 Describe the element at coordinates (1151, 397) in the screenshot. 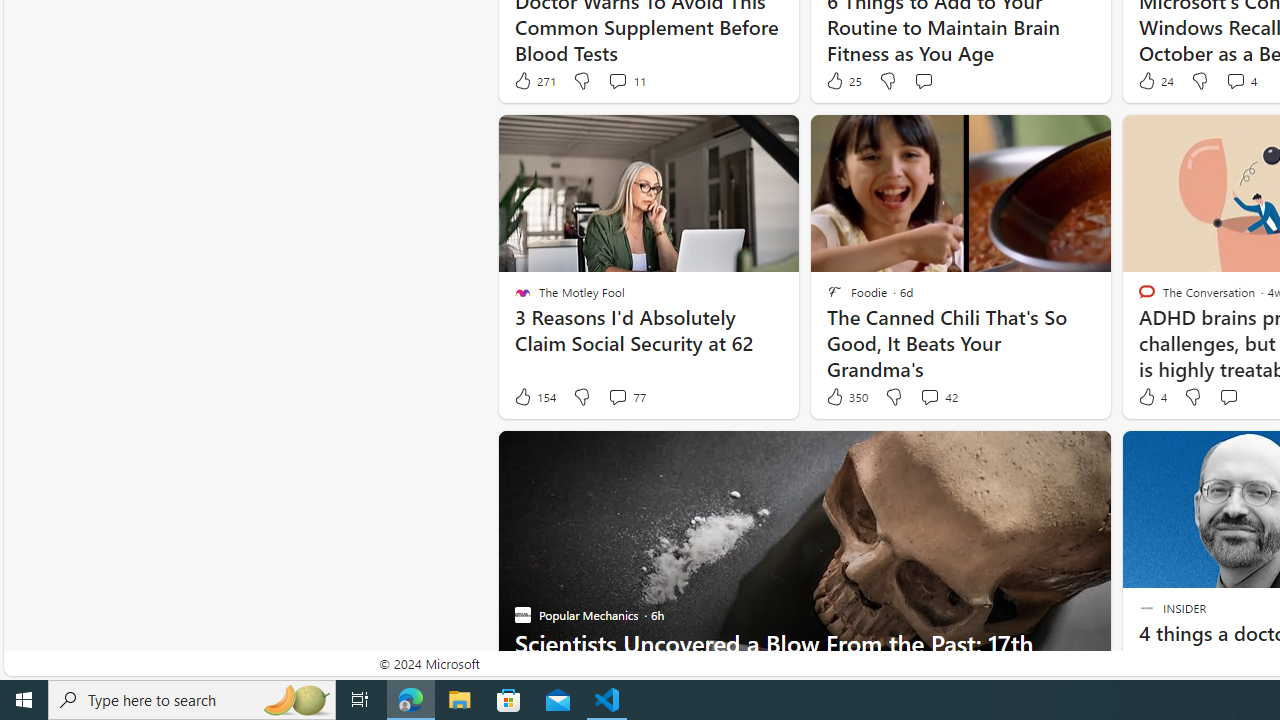

I see `'4 Like'` at that location.